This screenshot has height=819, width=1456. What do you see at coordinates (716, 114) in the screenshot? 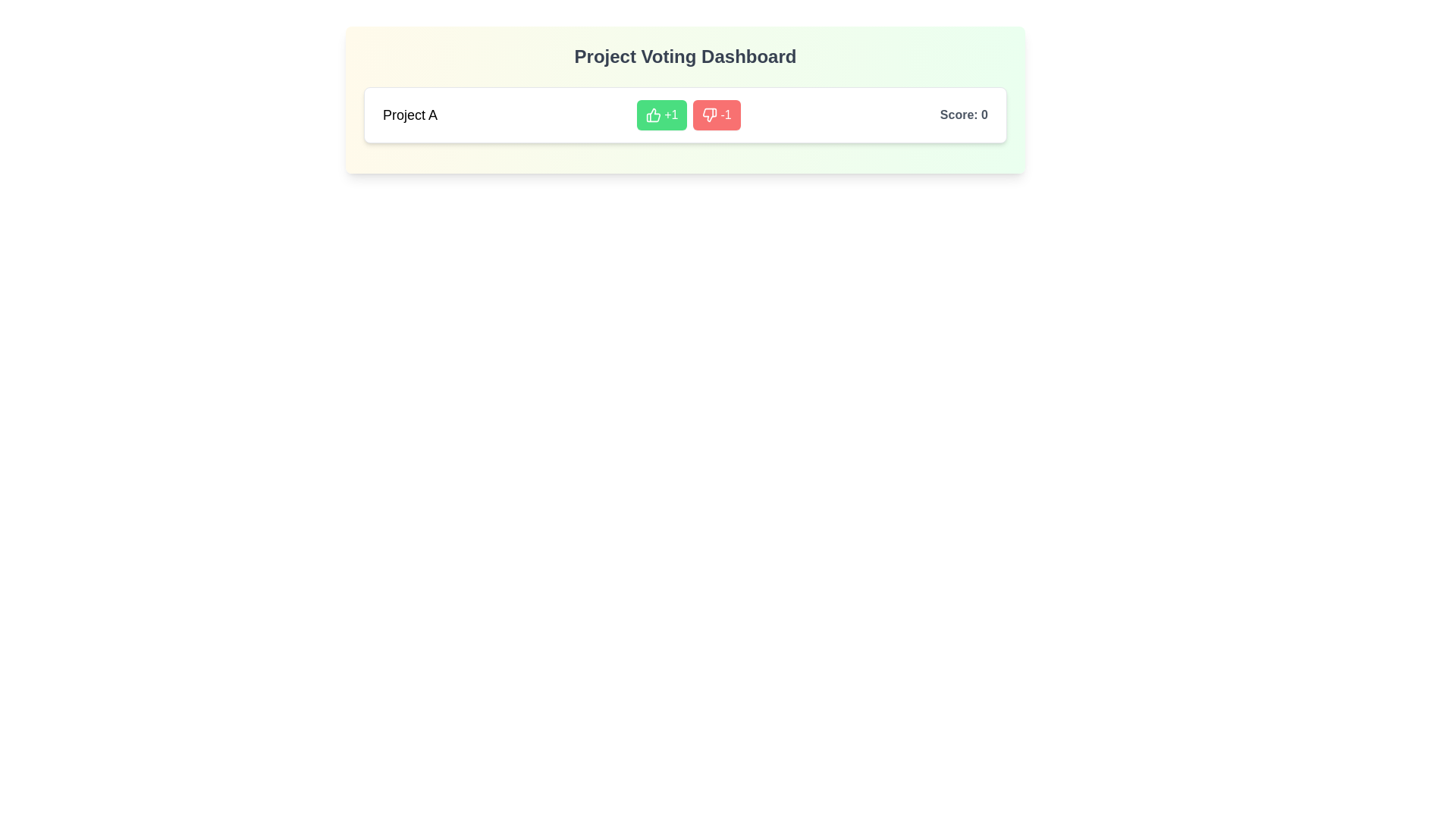
I see `'-1' button to decrease the vote score for the project` at bounding box center [716, 114].